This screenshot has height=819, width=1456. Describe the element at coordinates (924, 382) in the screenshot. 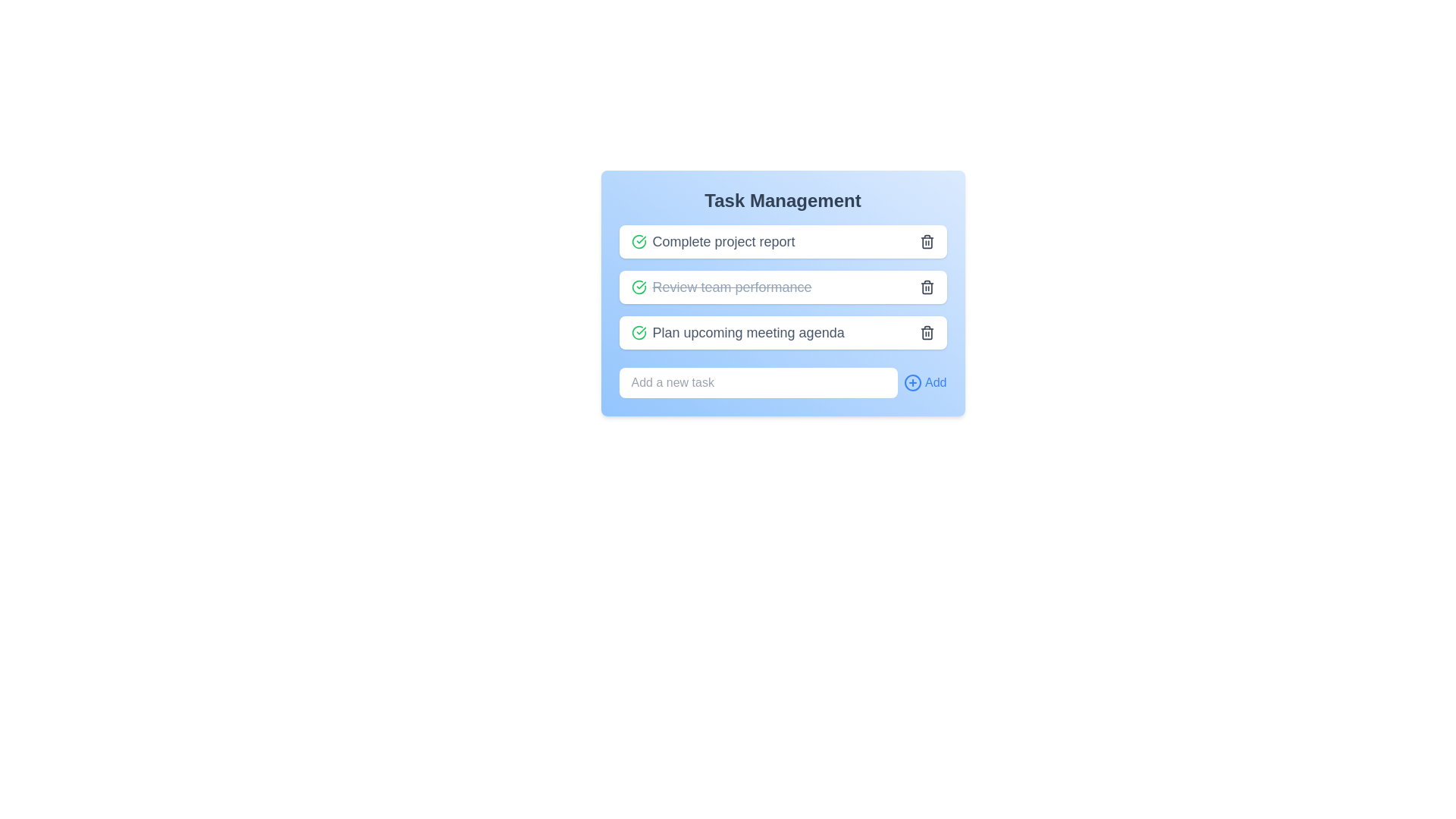

I see `the interactive button with a blue circular outline and a '+' symbol labeled 'Add' to observe its interactive styling` at that location.